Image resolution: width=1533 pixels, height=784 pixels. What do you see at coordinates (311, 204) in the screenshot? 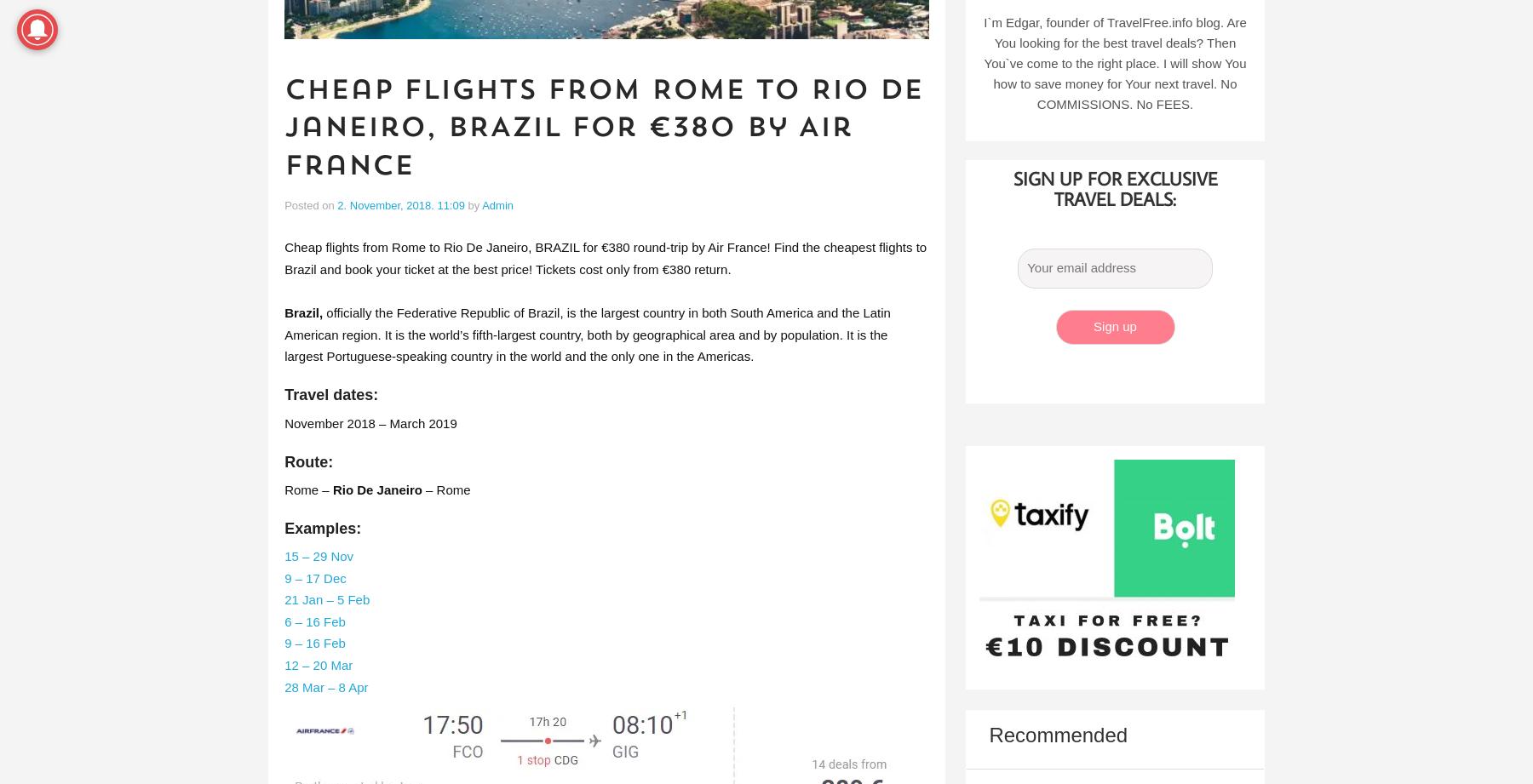
I see `'Posted on'` at bounding box center [311, 204].